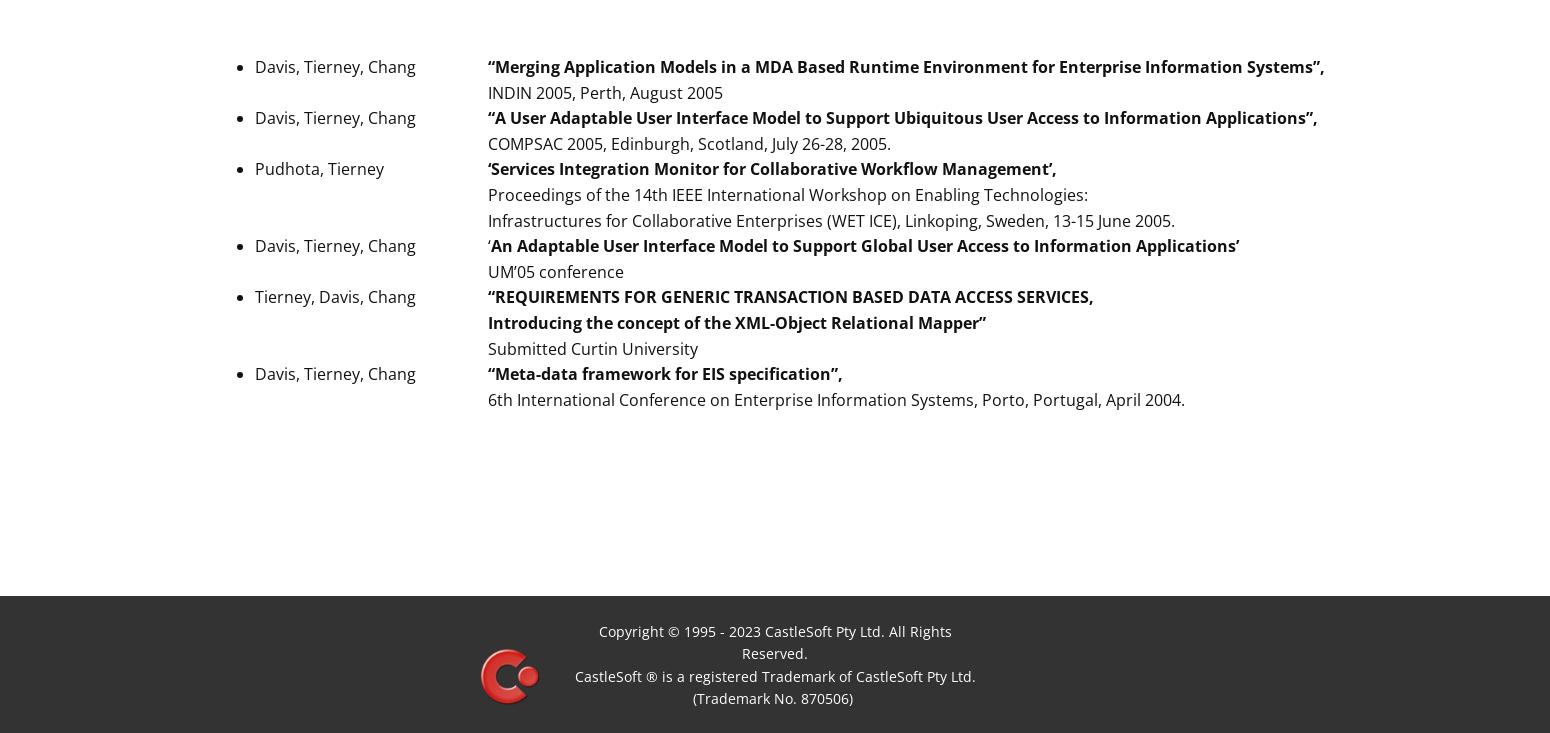 The width and height of the screenshot is (1550, 733). I want to click on 'Proceedings of the 14th IEEE International Workshop on Enabling Technologies:', so click(486, 193).